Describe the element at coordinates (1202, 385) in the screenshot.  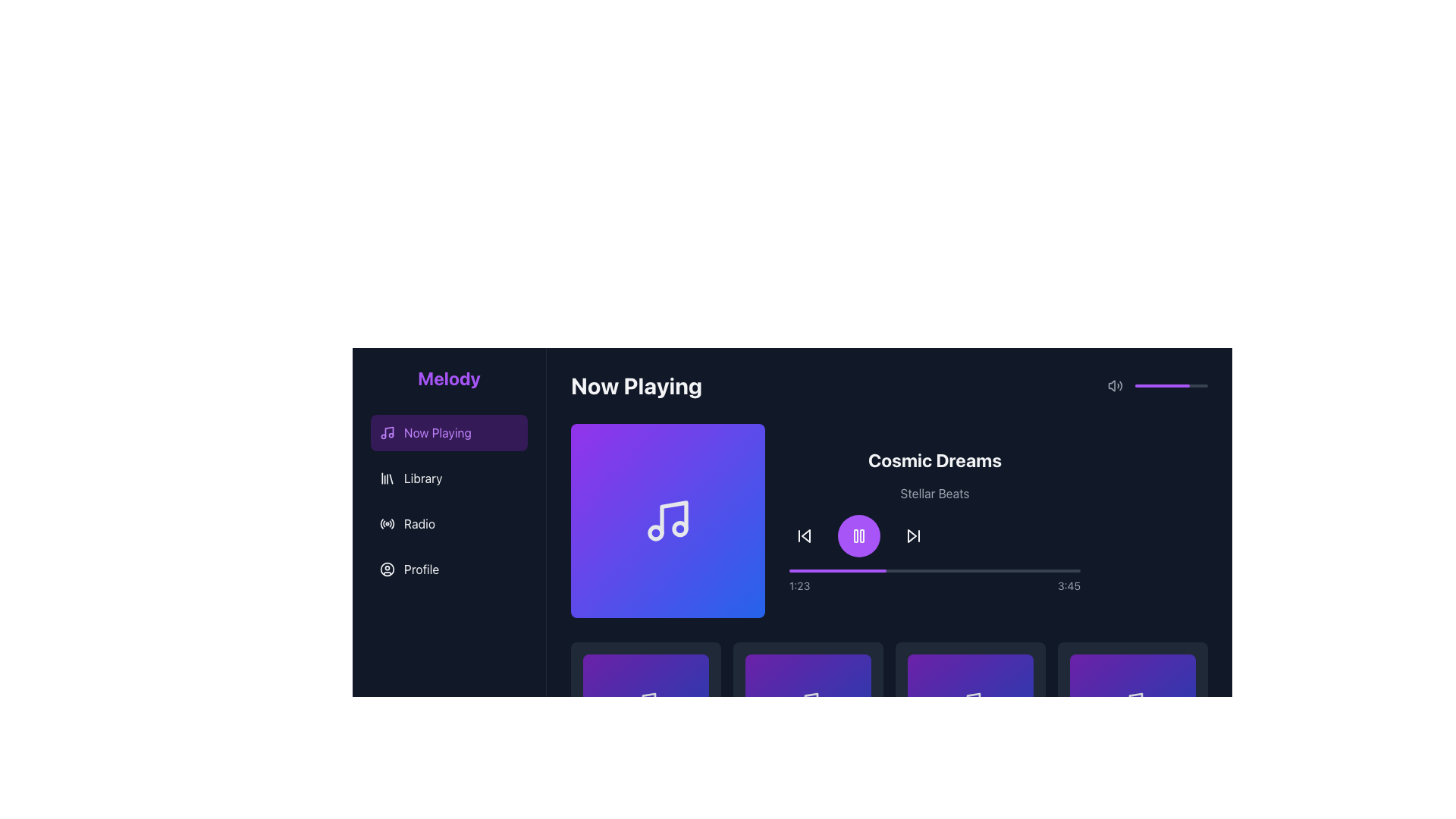
I see `the slider` at that location.